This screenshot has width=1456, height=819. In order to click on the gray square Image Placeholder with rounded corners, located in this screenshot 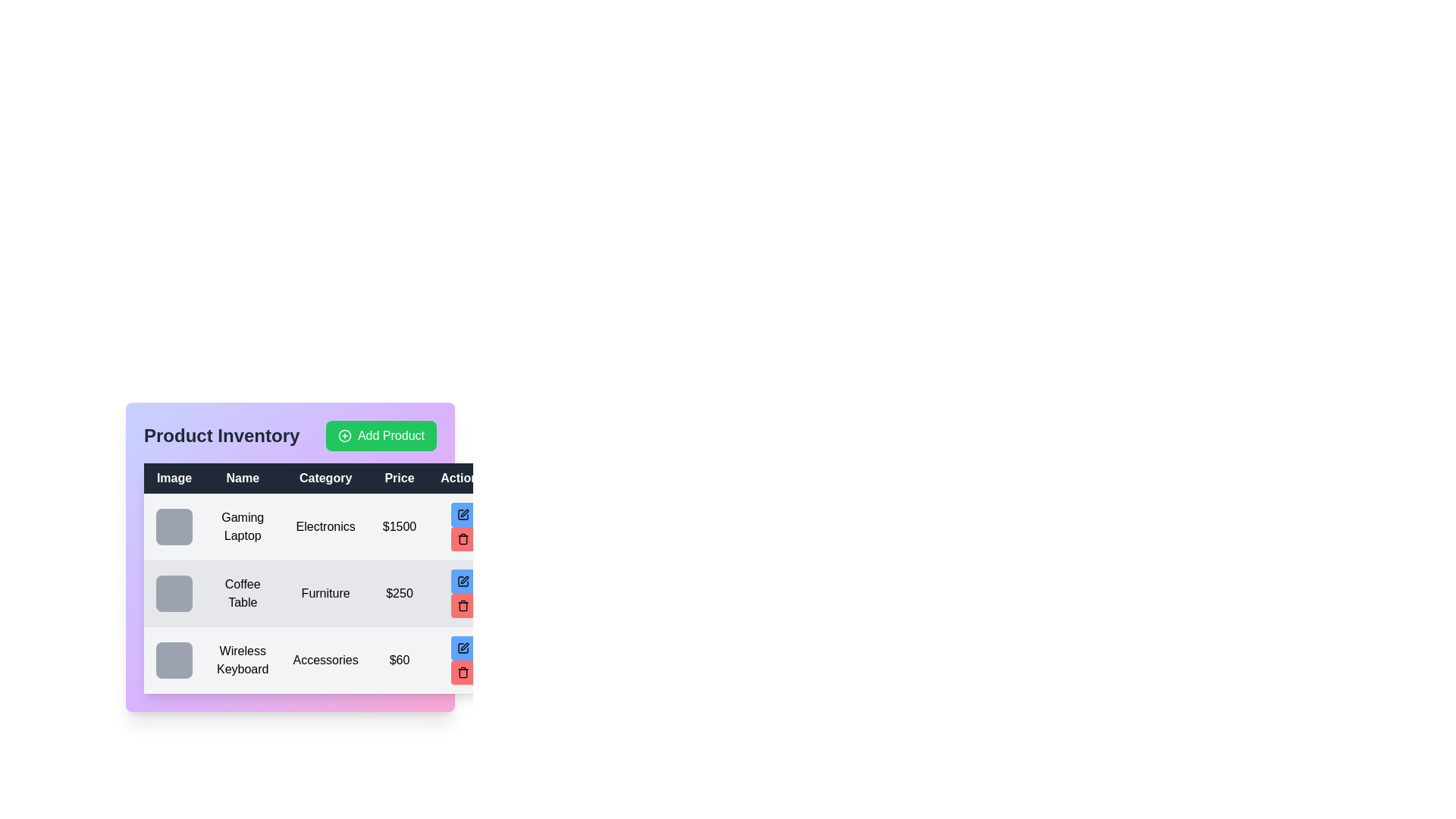, I will do `click(174, 593)`.